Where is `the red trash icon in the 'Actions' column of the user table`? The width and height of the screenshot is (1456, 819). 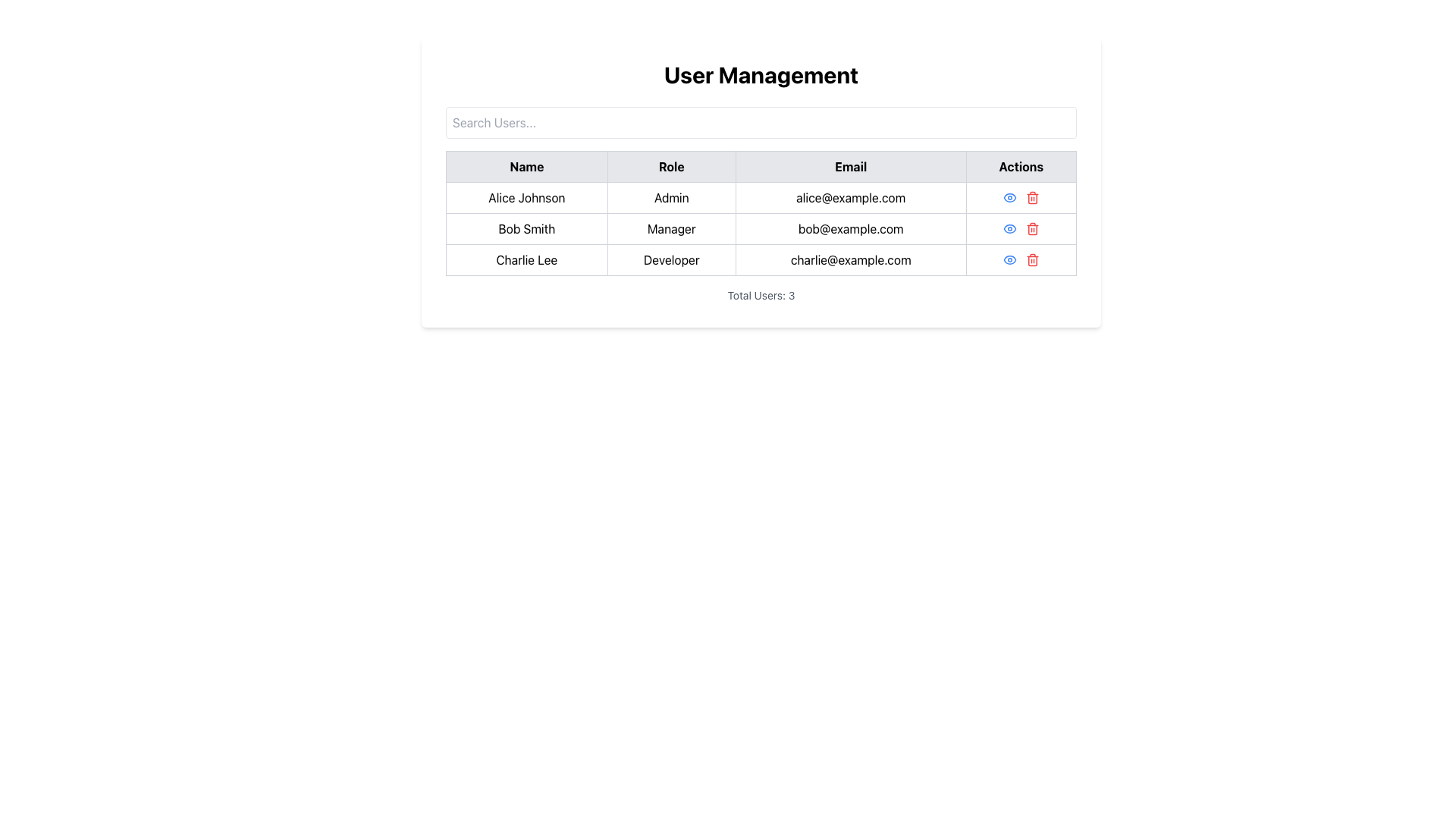 the red trash icon in the 'Actions' column of the user table is located at coordinates (1031, 228).